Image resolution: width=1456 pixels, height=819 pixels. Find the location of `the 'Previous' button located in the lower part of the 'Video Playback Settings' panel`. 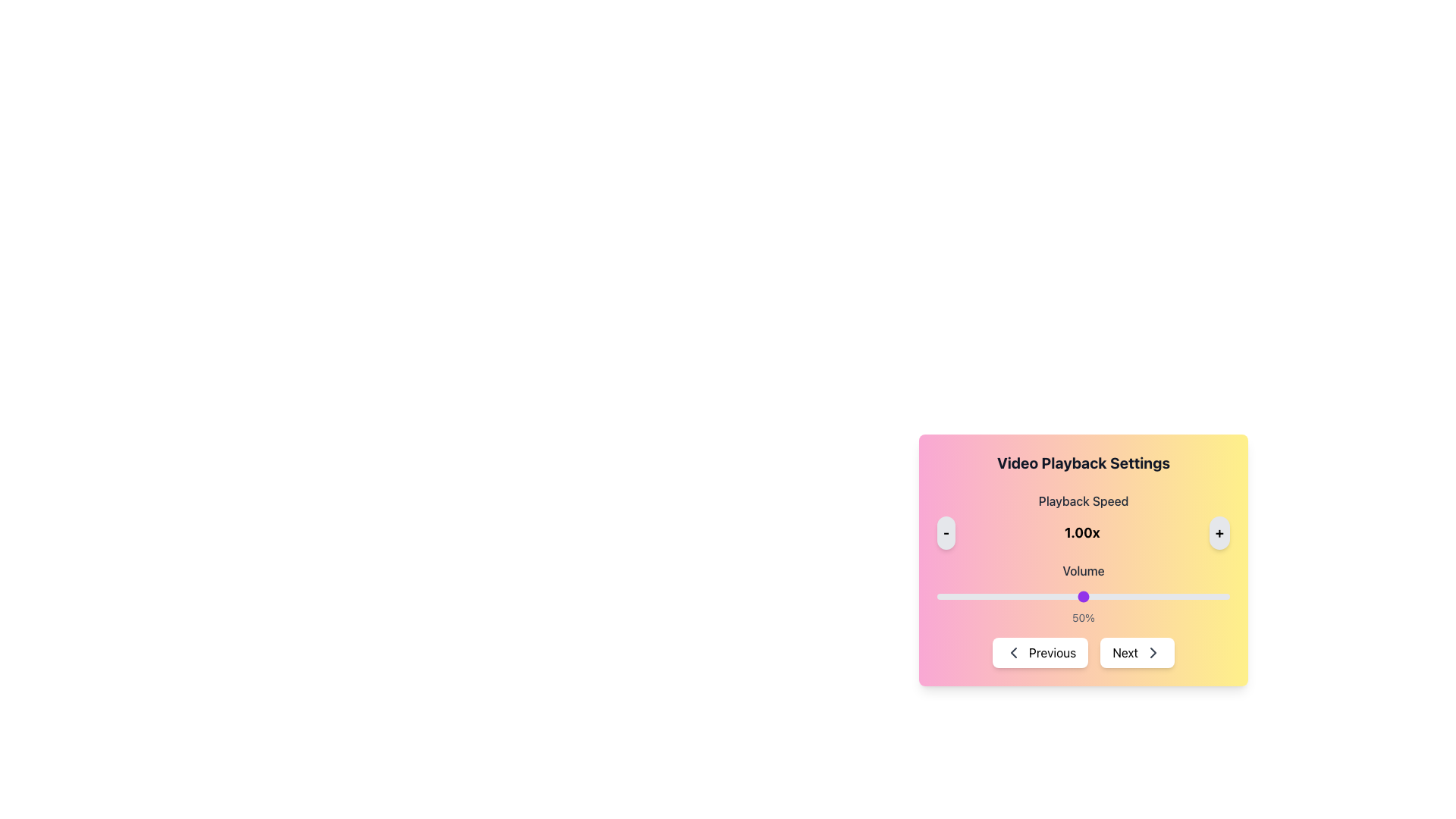

the 'Previous' button located in the lower part of the 'Video Playback Settings' panel is located at coordinates (1040, 651).